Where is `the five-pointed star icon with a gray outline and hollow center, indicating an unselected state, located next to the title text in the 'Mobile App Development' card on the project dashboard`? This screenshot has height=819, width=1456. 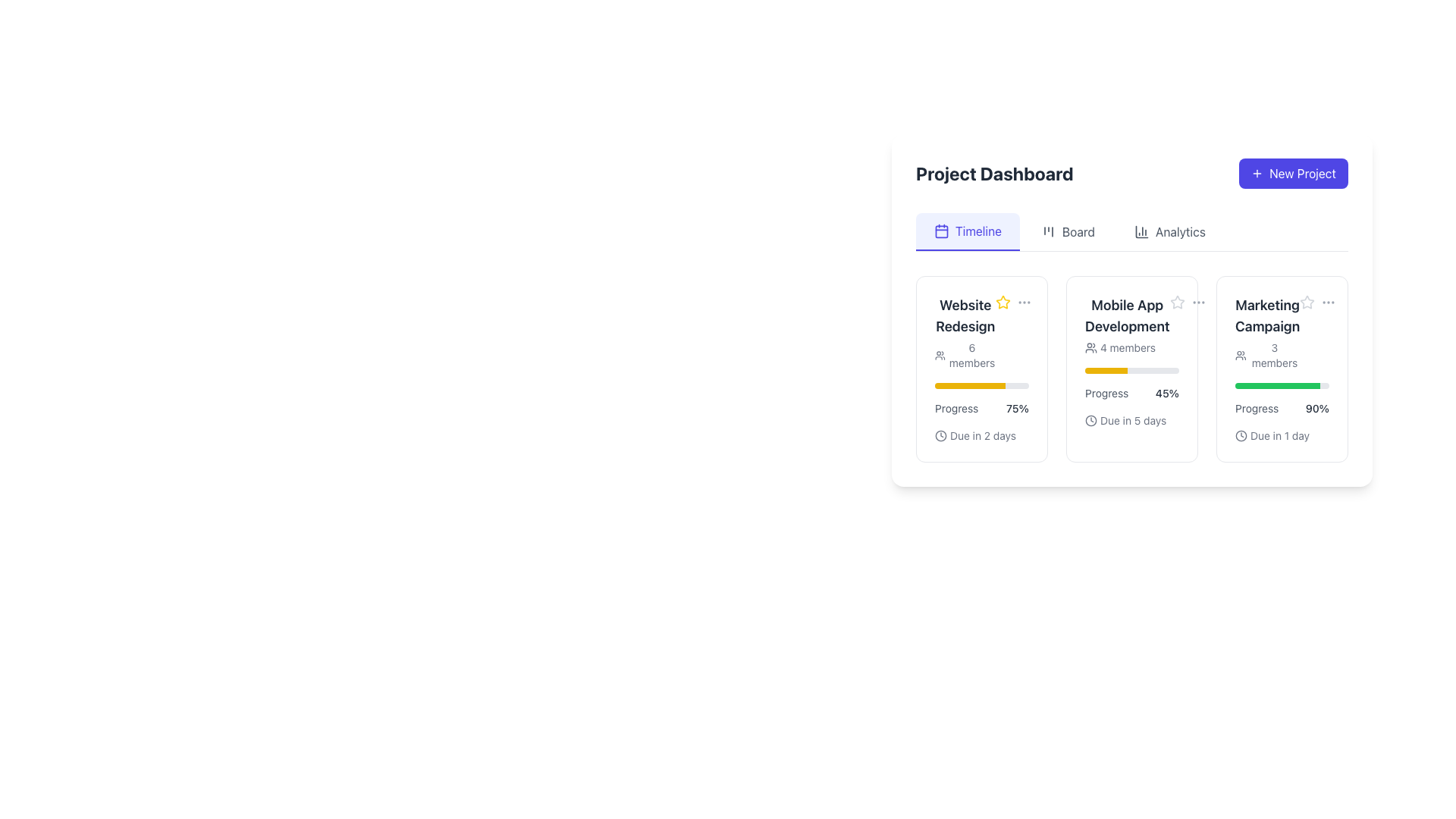 the five-pointed star icon with a gray outline and hollow center, indicating an unselected state, located next to the title text in the 'Mobile App Development' card on the project dashboard is located at coordinates (1176, 302).